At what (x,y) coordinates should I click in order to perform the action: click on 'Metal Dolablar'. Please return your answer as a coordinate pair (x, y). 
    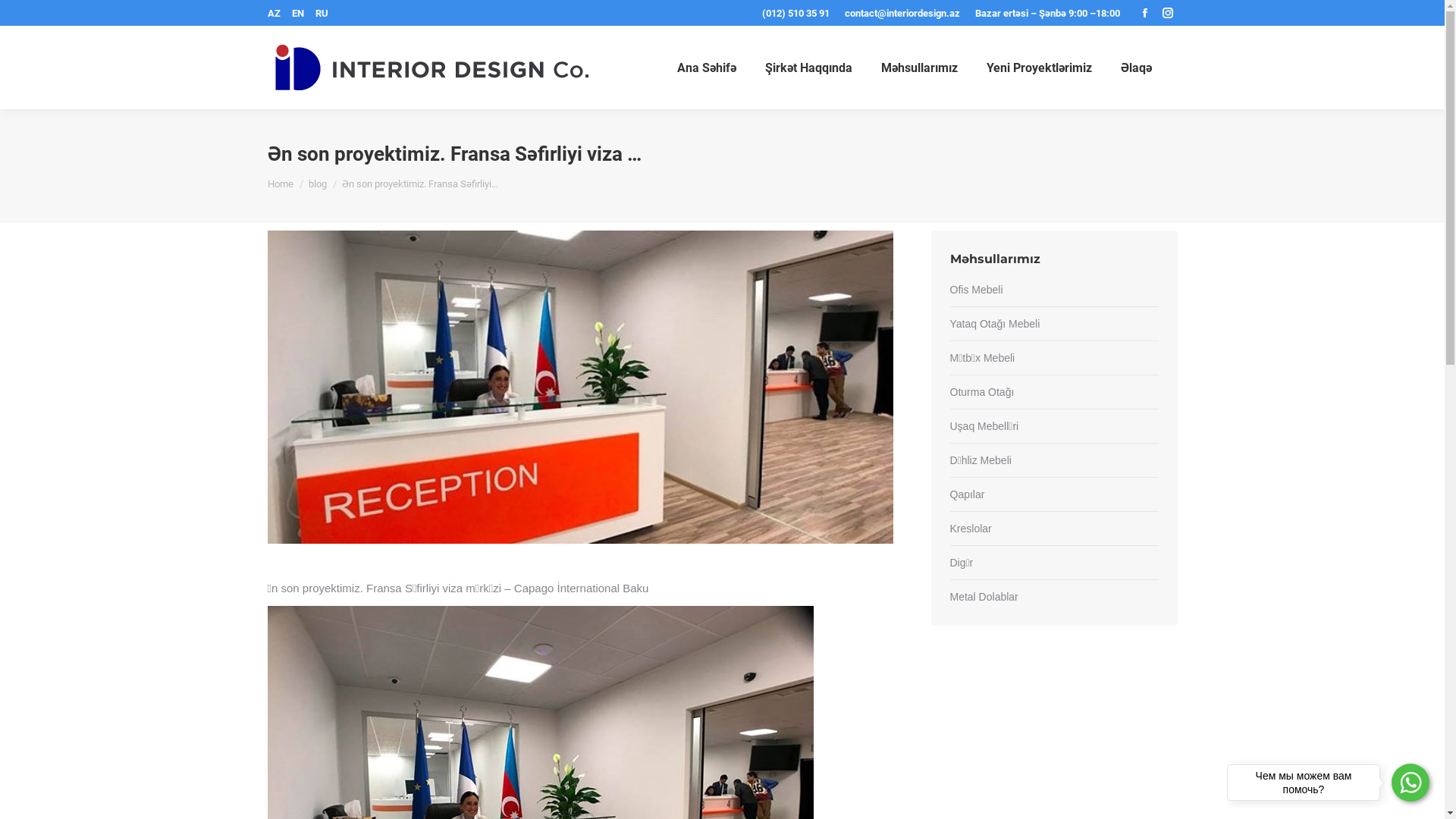
    Looking at the image, I should click on (983, 596).